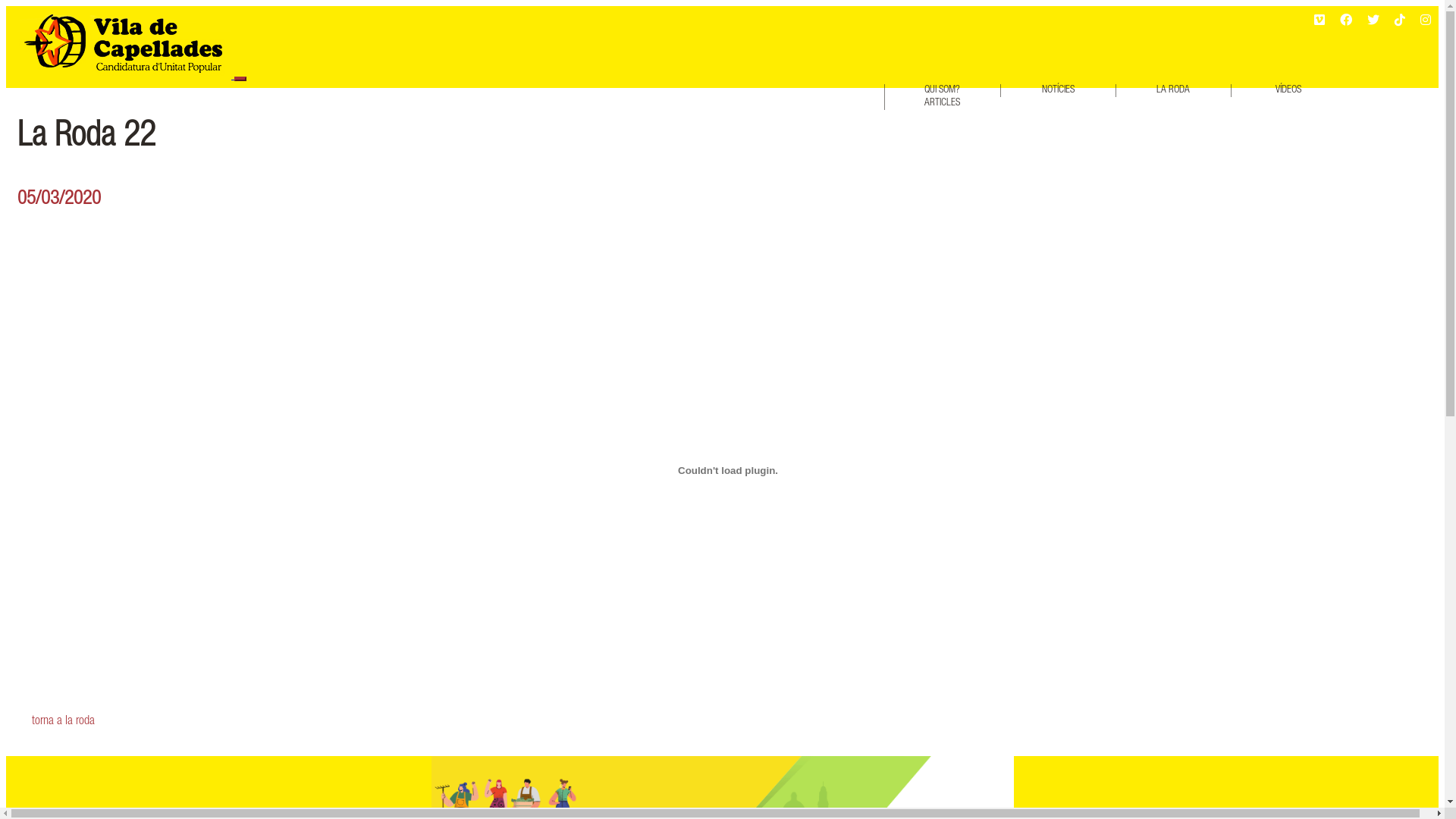 The image size is (1456, 819). What do you see at coordinates (941, 90) in the screenshot?
I see `'QUI SOM?'` at bounding box center [941, 90].